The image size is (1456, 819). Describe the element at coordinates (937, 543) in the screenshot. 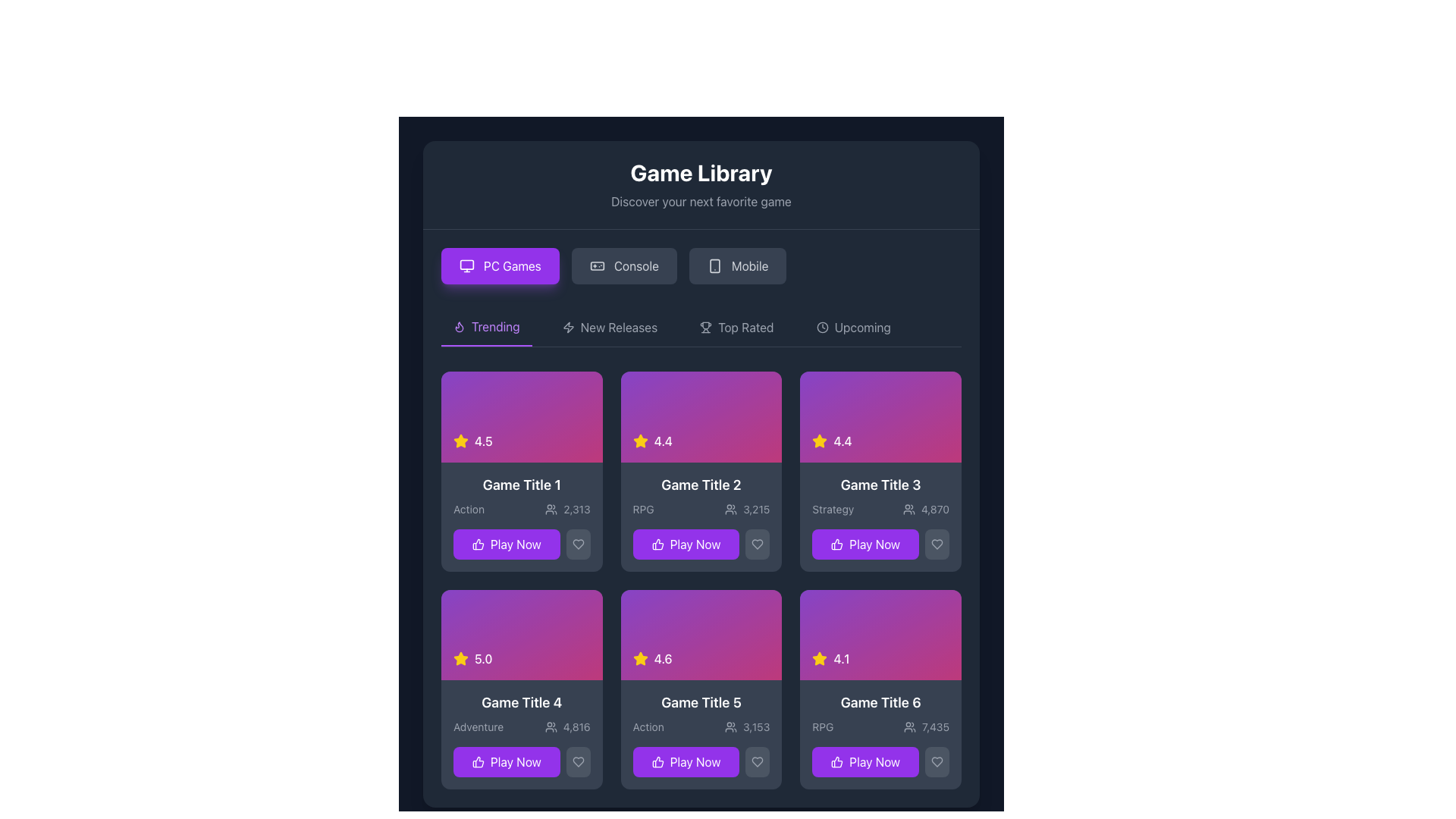

I see `the favorite button located in the bottom-right corner of the card for 'Game Title 3', positioned to the right of the 'Play Now' button, to change its style` at that location.